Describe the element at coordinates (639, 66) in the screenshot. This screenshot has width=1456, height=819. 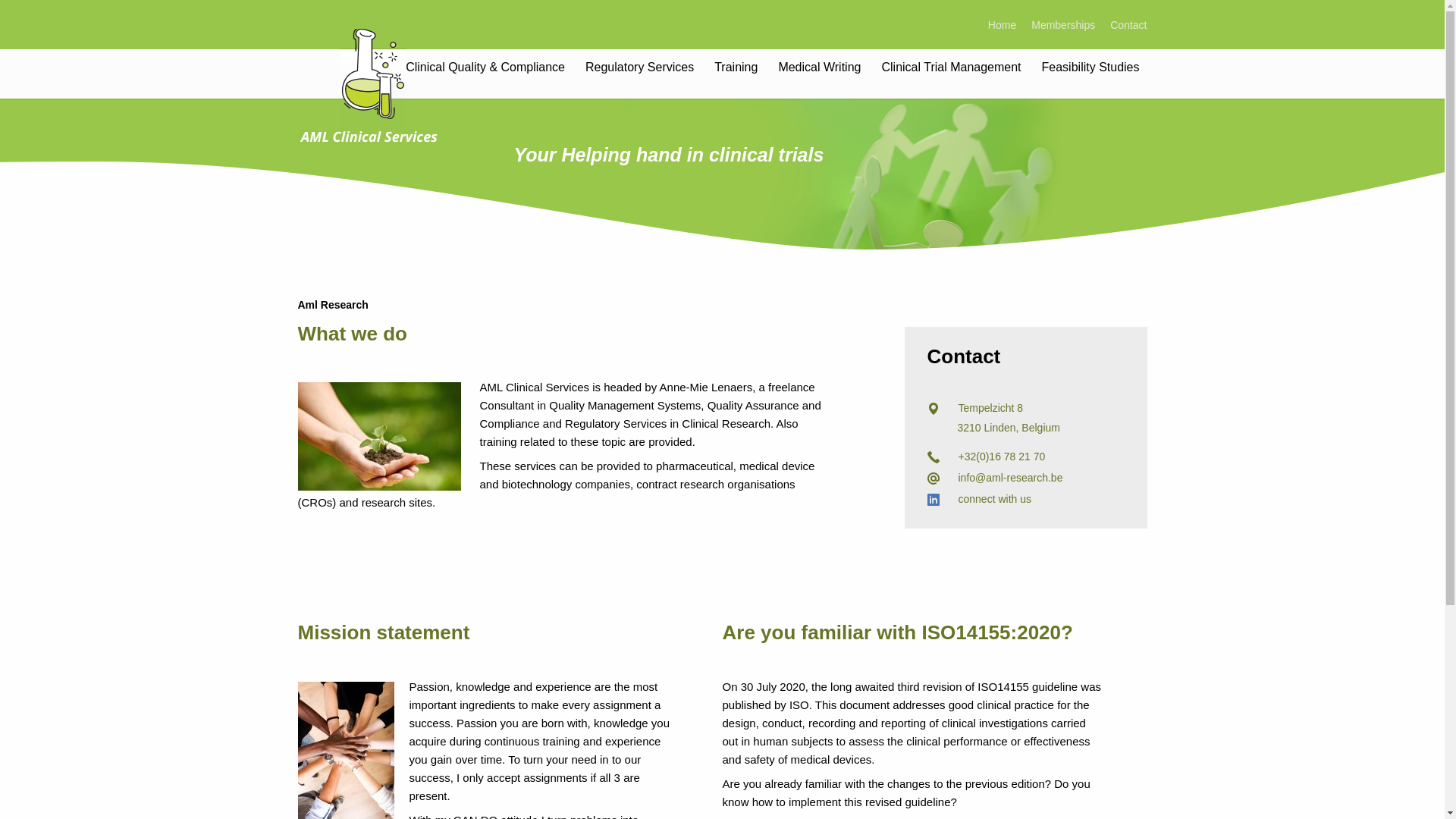
I see `'Regulatory Services'` at that location.